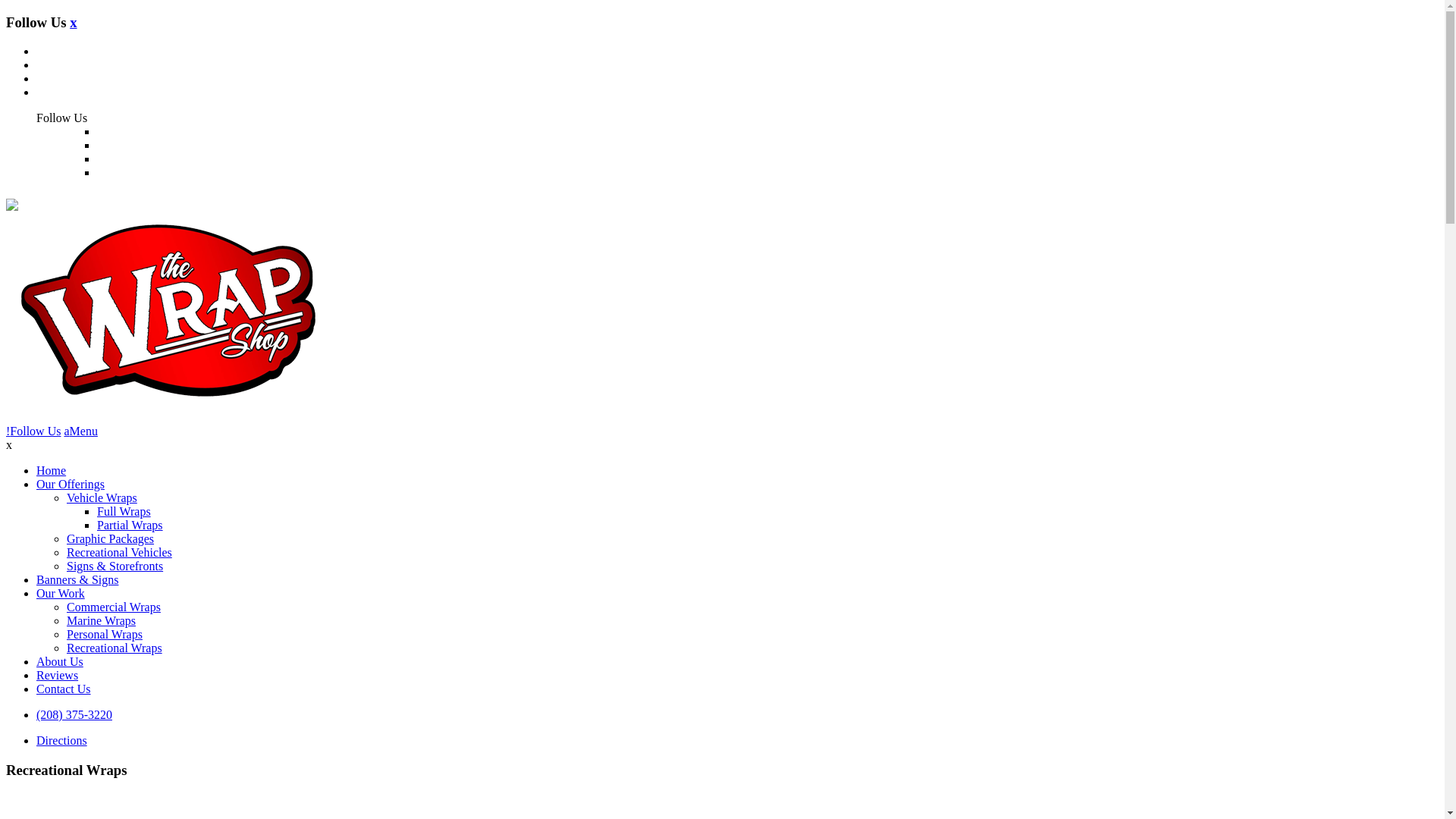 The height and width of the screenshot is (819, 1456). I want to click on 'Personal Wraps', so click(104, 634).